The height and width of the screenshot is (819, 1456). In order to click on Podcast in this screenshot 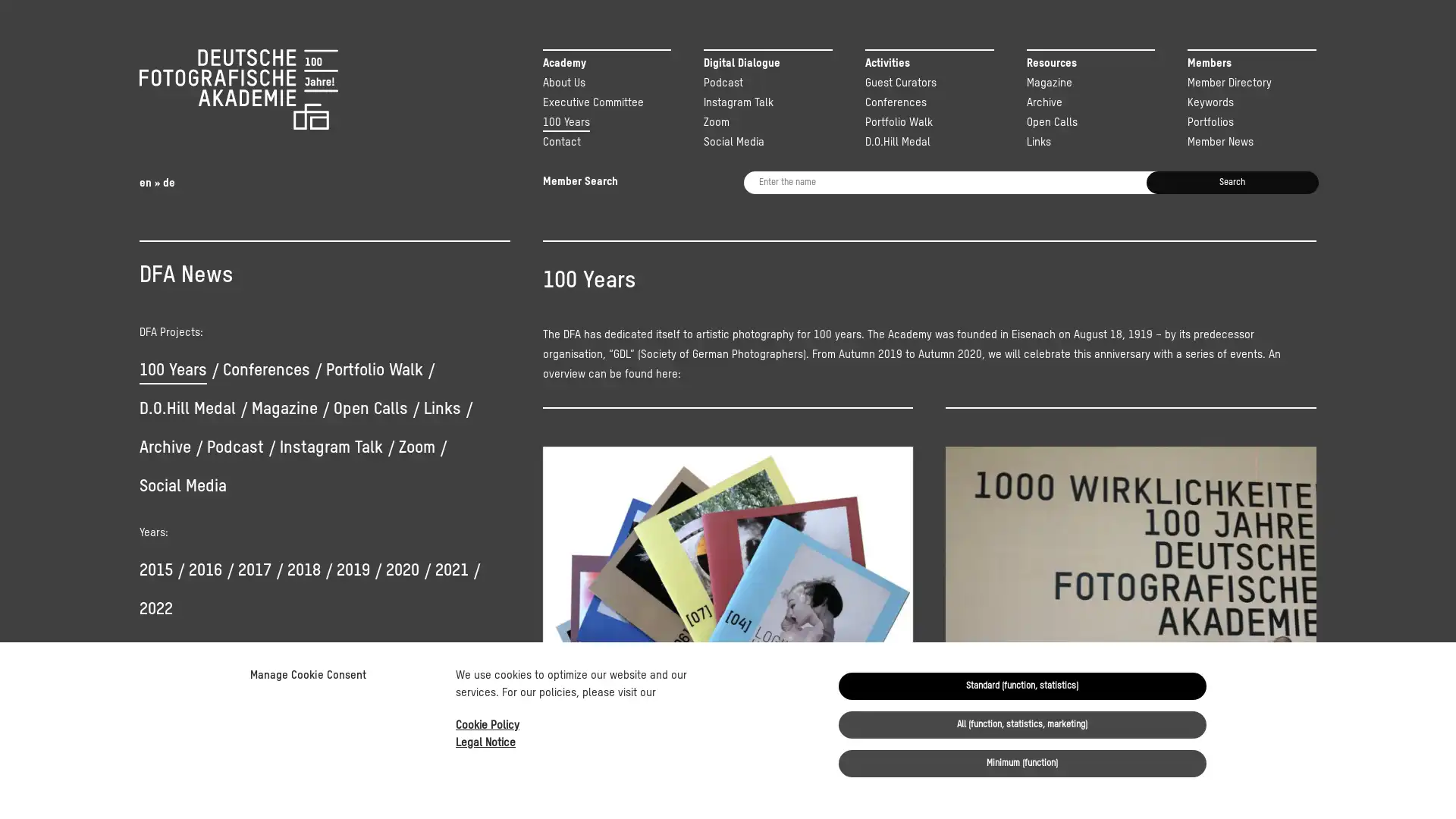, I will do `click(234, 447)`.